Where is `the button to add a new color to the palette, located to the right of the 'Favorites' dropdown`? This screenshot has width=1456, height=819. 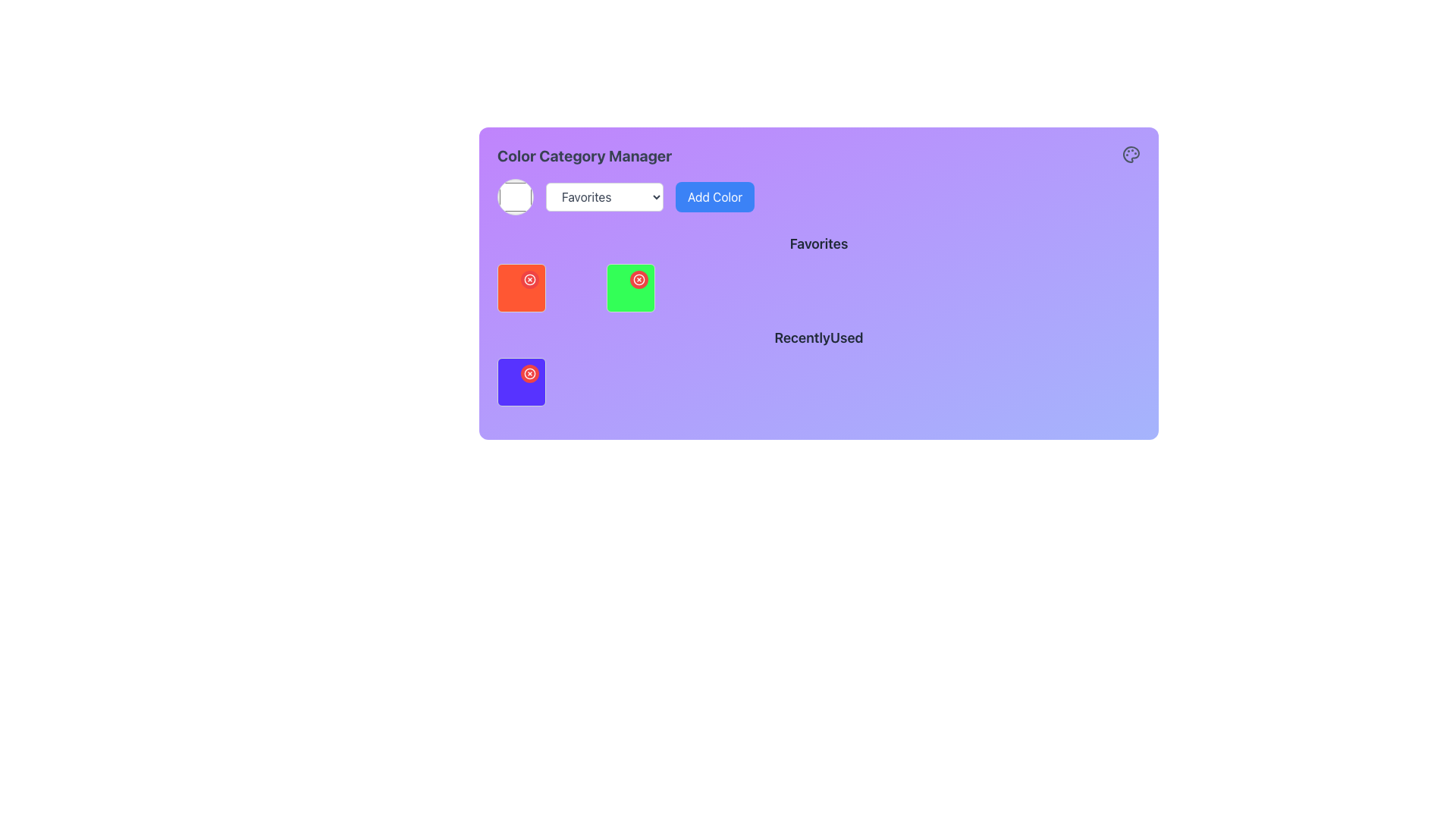 the button to add a new color to the palette, located to the right of the 'Favorites' dropdown is located at coordinates (714, 196).